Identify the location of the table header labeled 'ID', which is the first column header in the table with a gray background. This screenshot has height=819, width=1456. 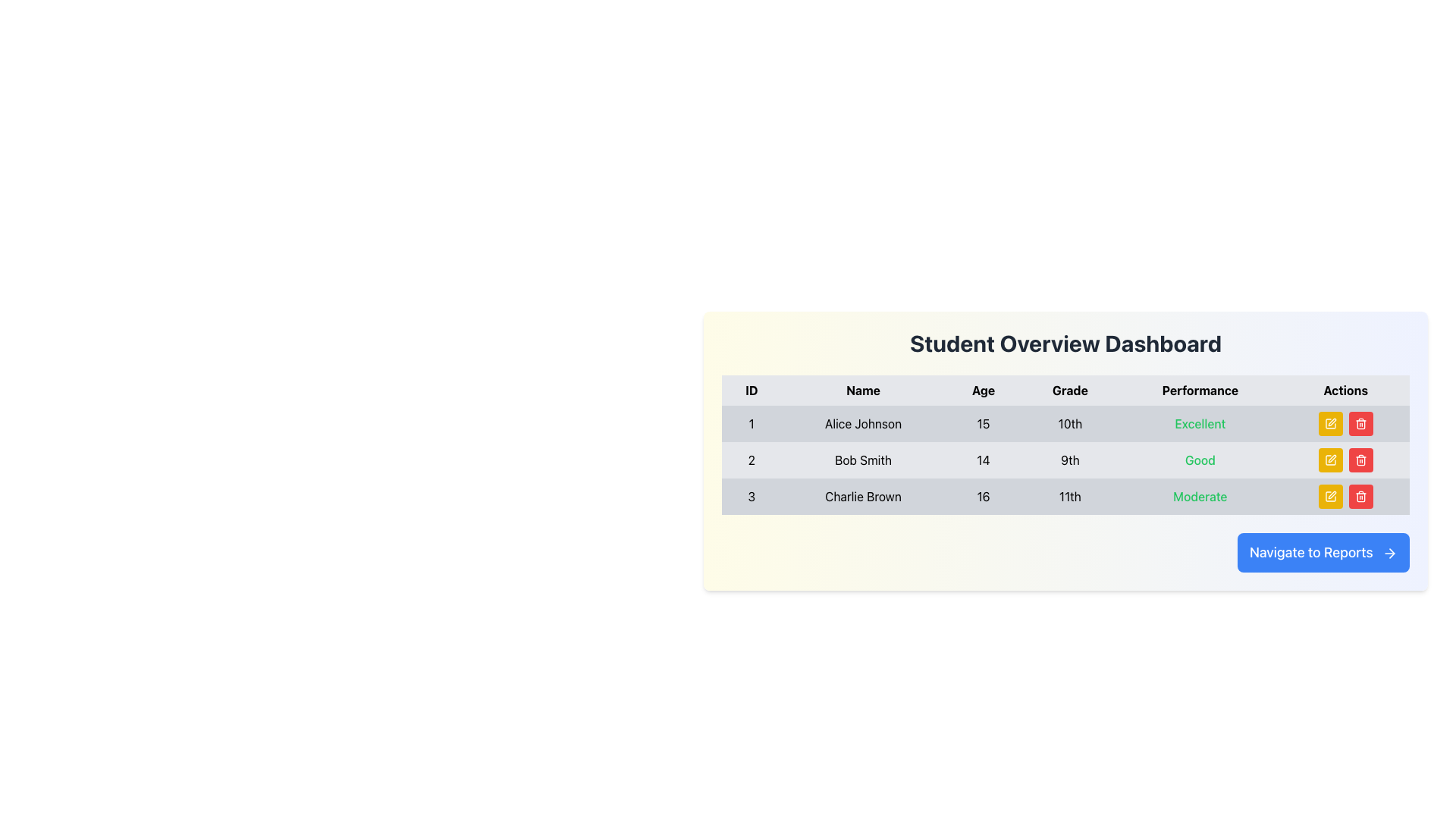
(752, 390).